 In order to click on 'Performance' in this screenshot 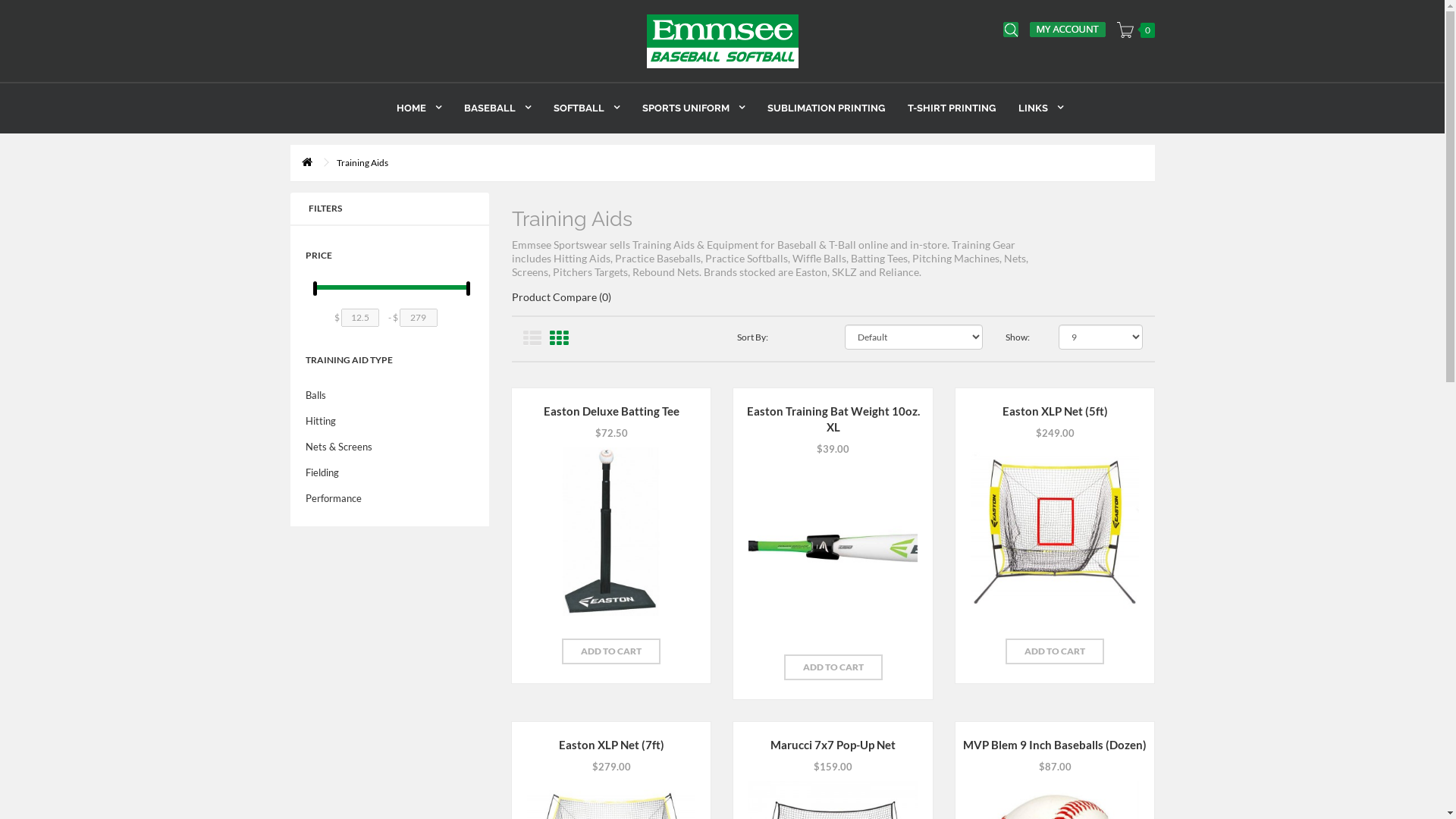, I will do `click(304, 497)`.